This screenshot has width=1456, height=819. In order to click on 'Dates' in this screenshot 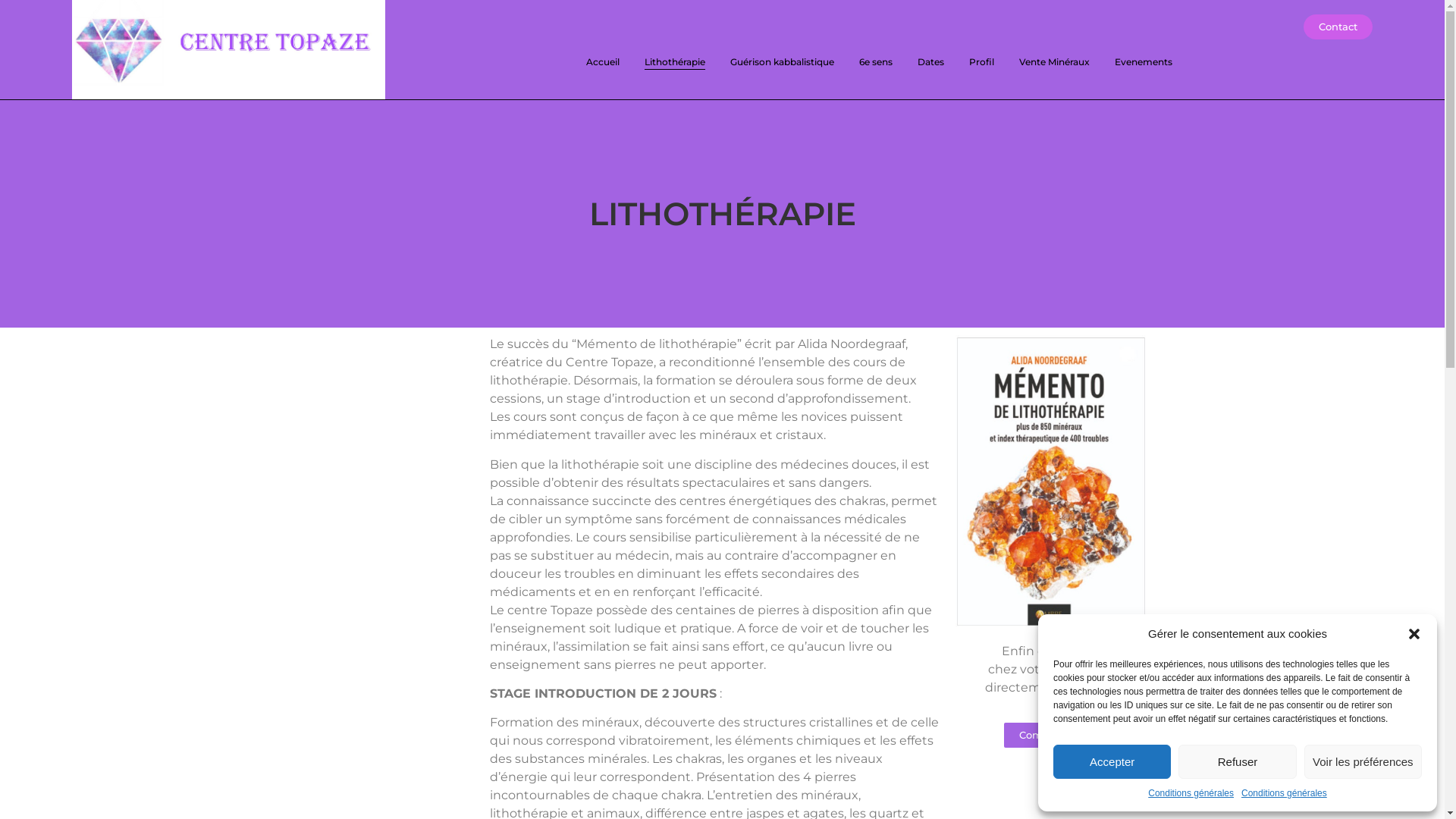, I will do `click(930, 61)`.